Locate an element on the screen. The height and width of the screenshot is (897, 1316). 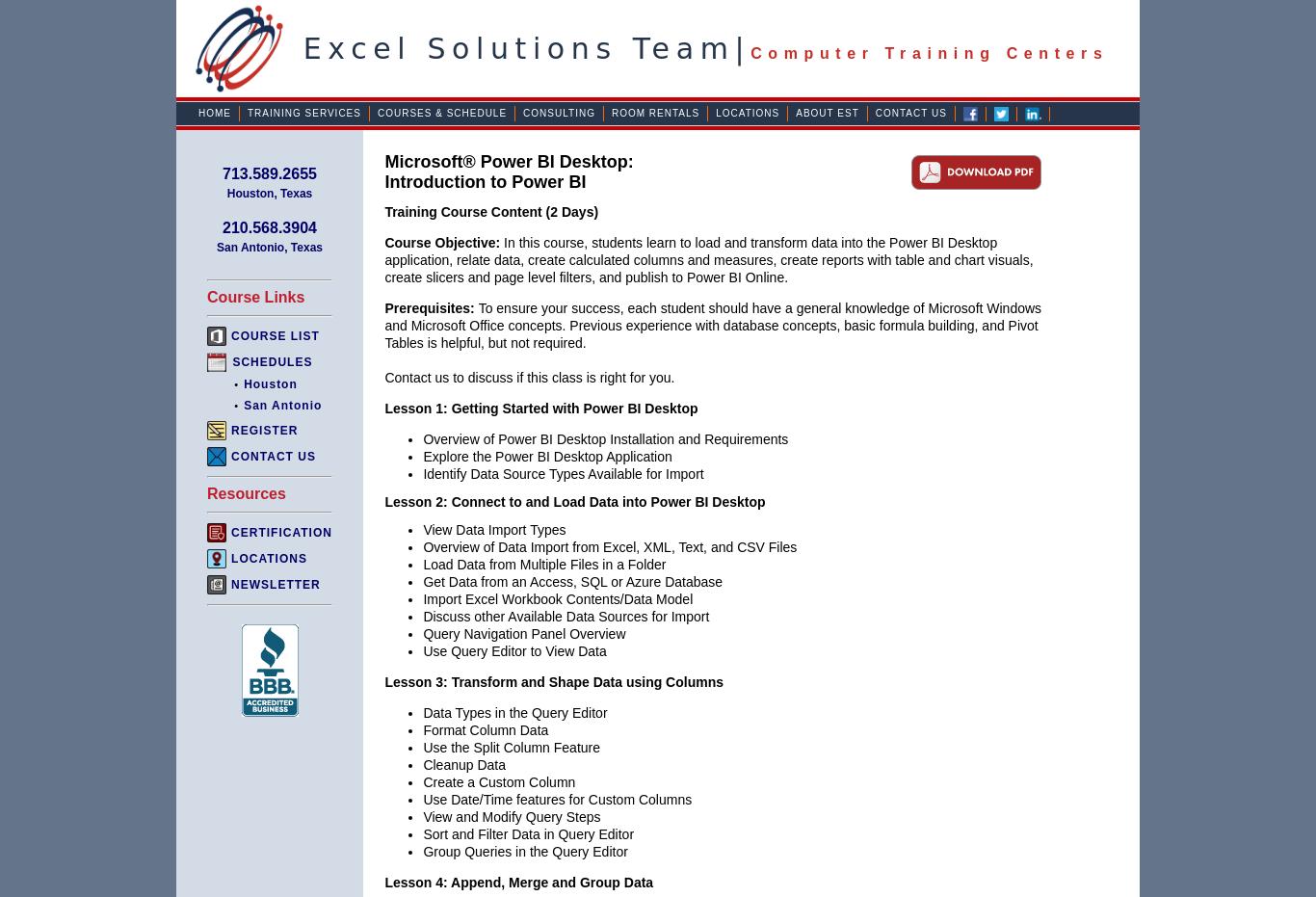
'Home' is located at coordinates (214, 113).